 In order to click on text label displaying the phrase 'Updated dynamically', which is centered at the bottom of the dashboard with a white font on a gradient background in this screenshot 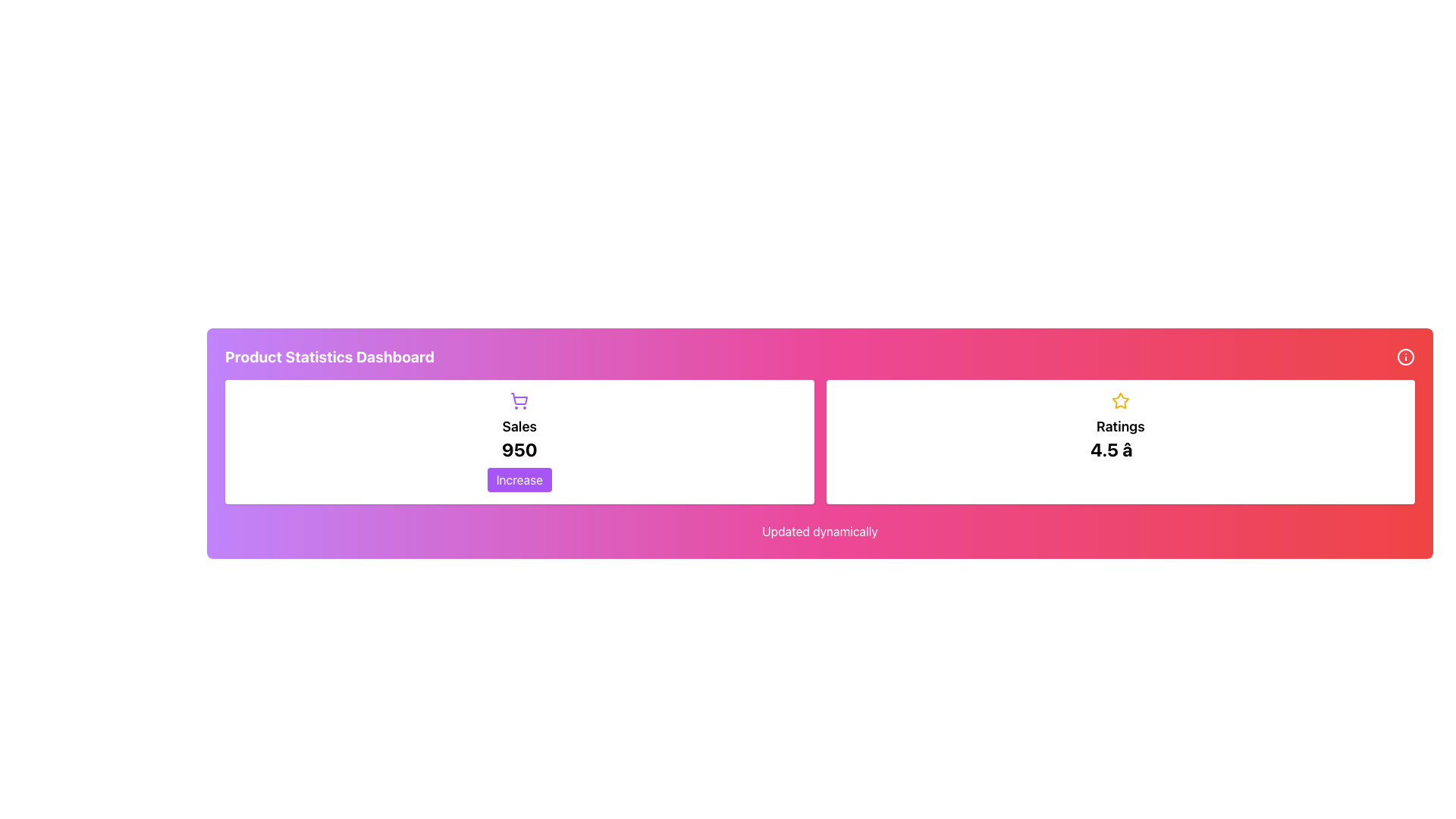, I will do `click(819, 531)`.